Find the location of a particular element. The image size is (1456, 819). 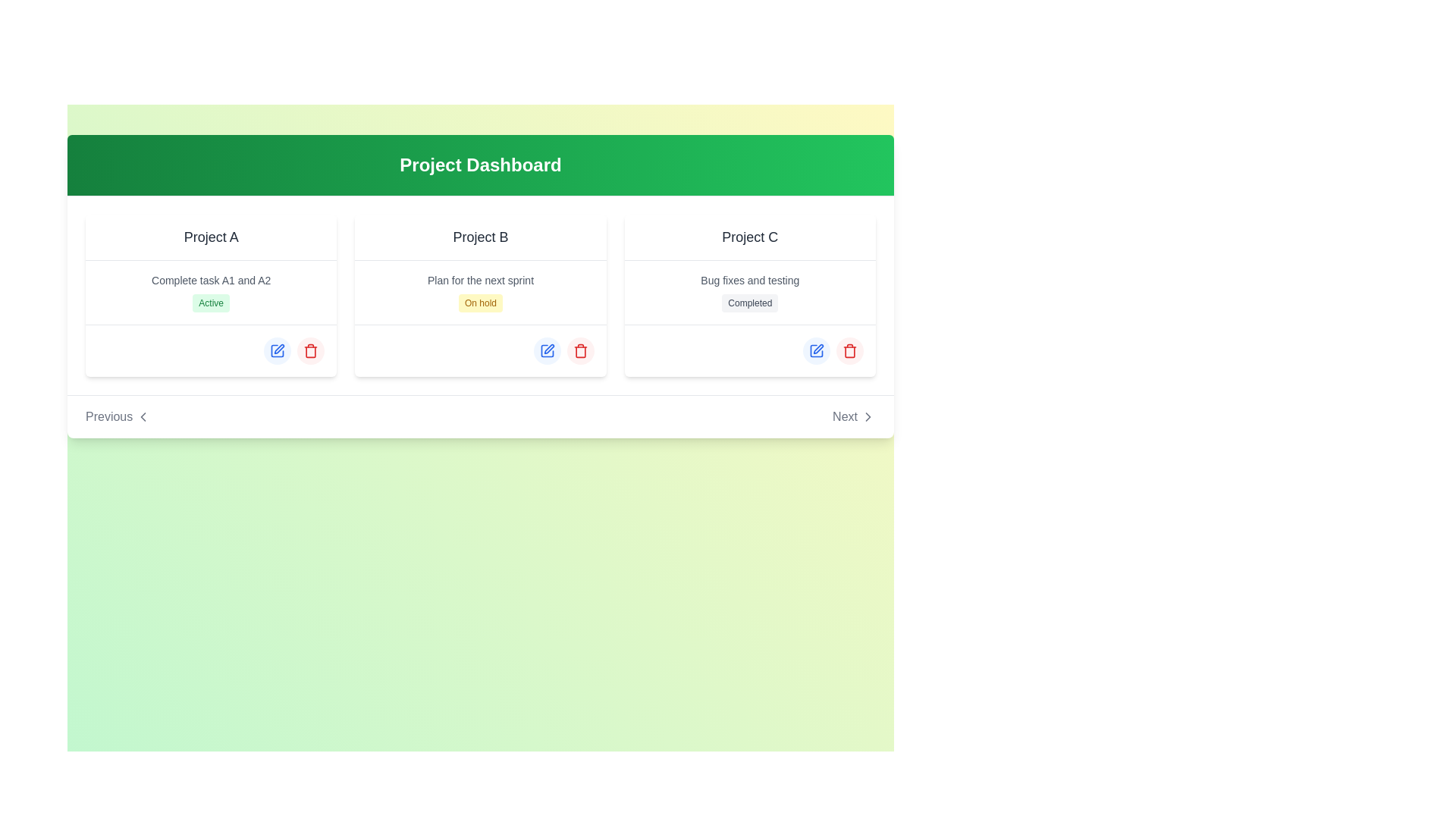

the prominently styled Text label that serves as a title for the rightmost card in the top-center section of the interface is located at coordinates (750, 237).